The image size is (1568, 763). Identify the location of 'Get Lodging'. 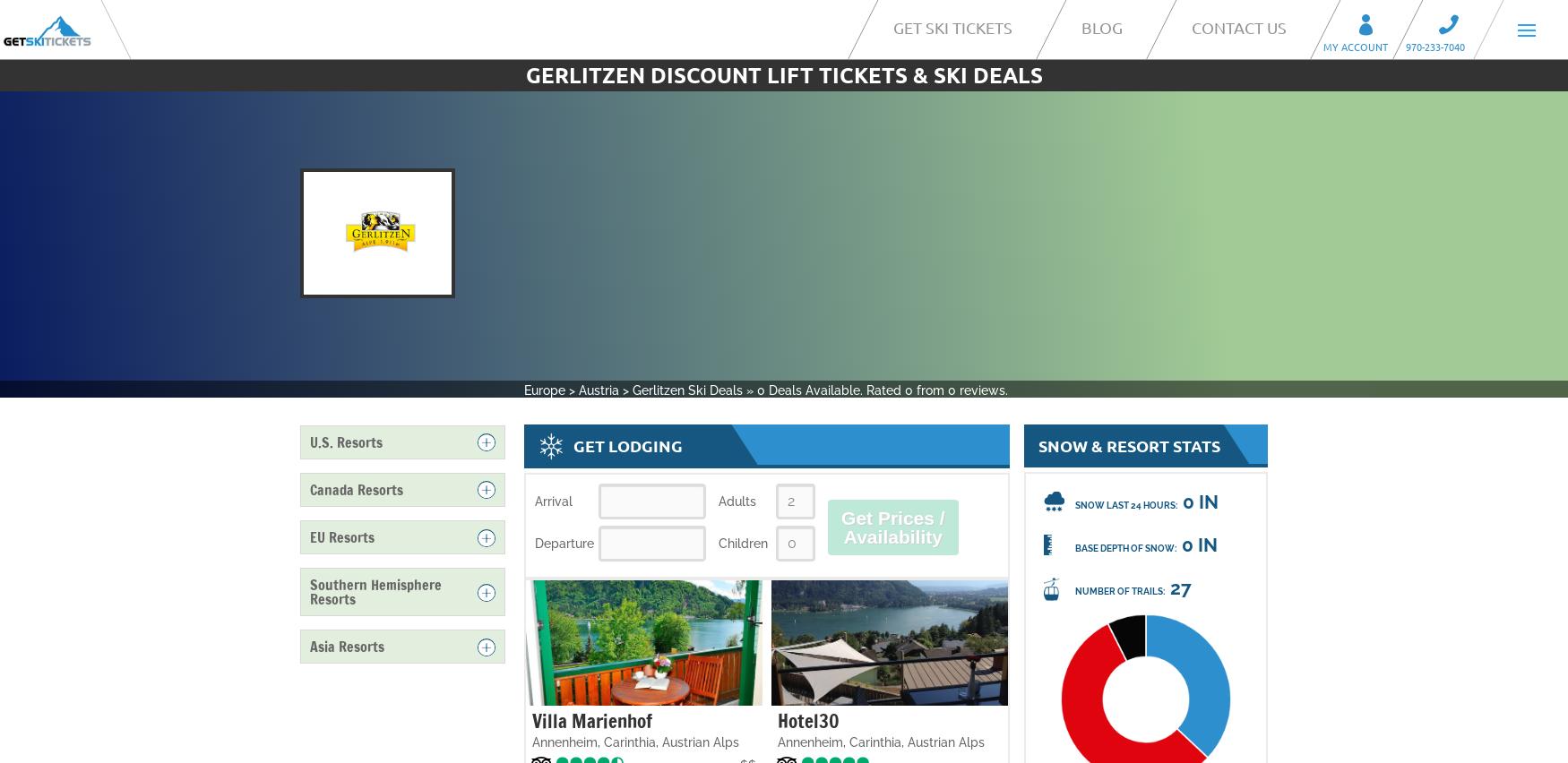
(628, 444).